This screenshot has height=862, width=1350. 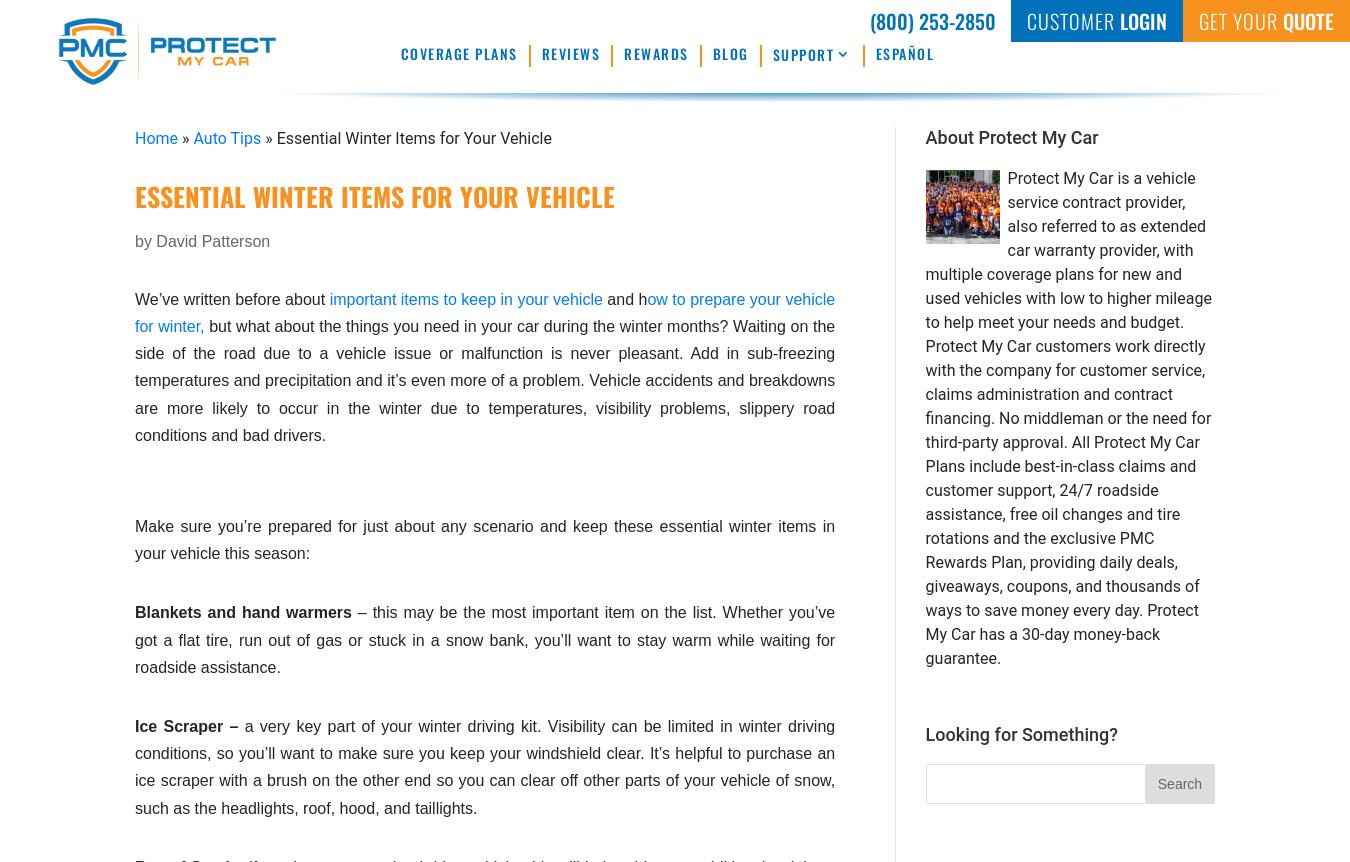 I want to click on 'important items to keep in your vehicle', so click(x=464, y=298).